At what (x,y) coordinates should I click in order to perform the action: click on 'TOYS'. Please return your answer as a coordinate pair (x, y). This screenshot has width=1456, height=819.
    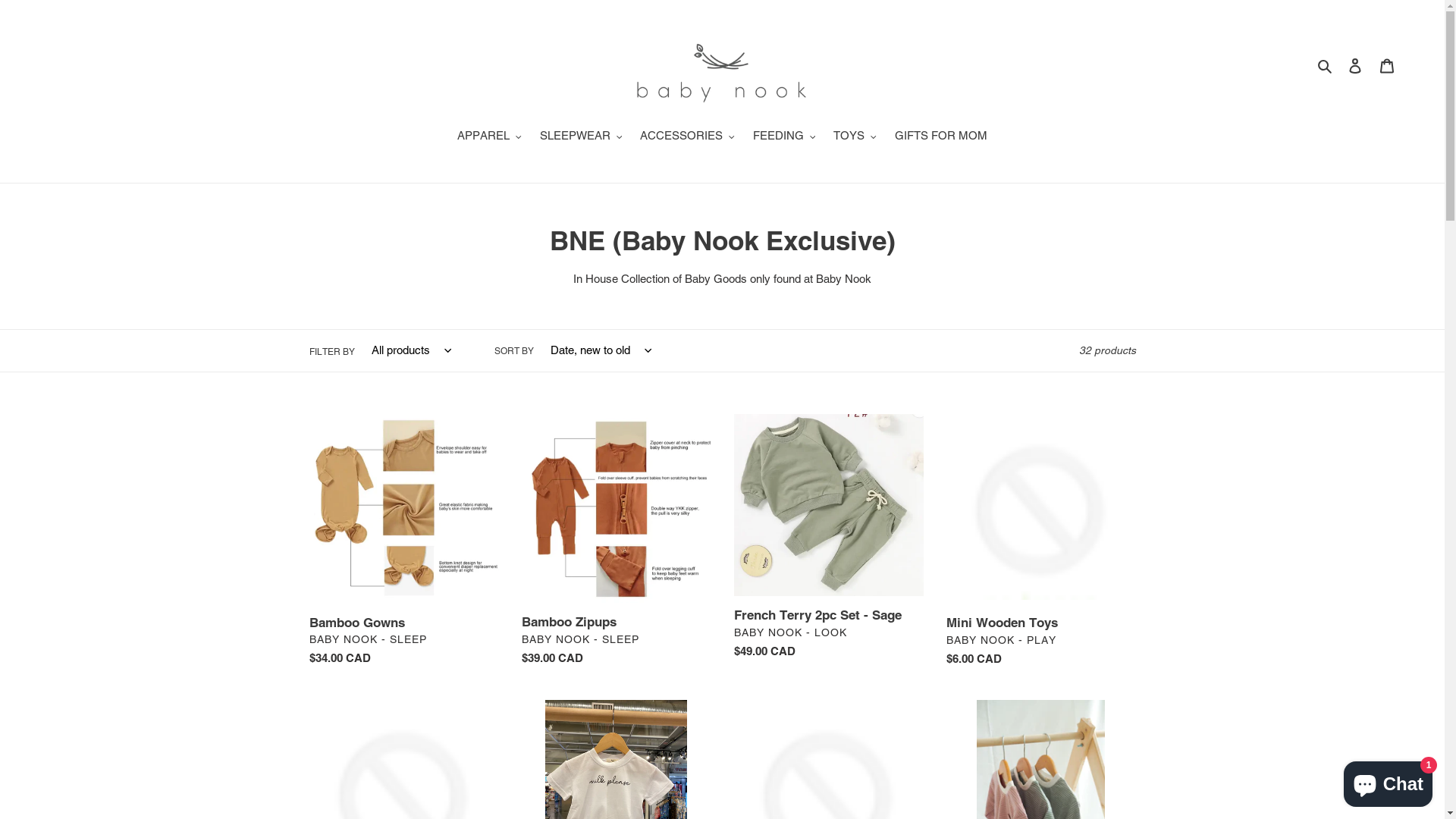
    Looking at the image, I should click on (855, 137).